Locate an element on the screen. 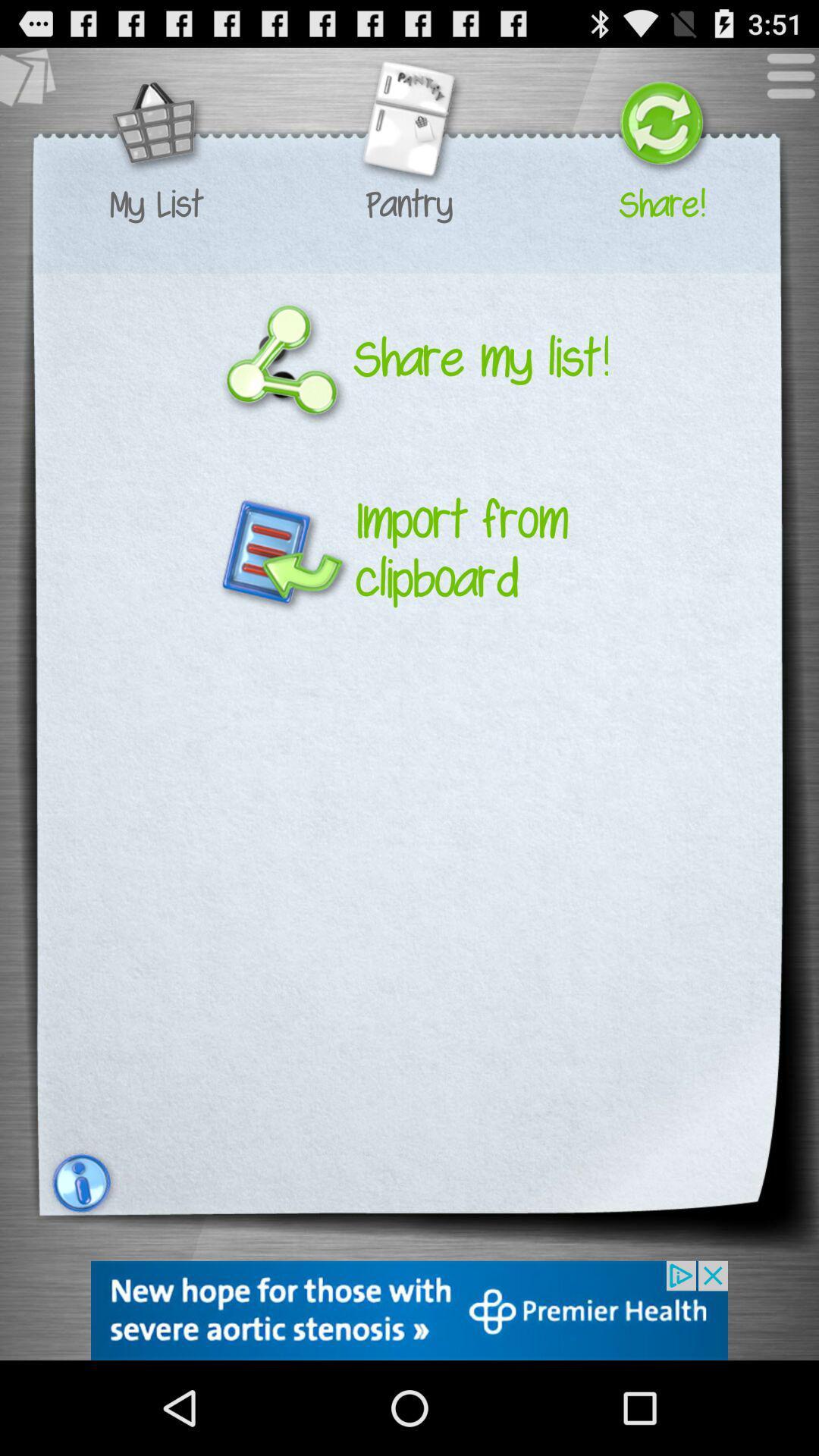  advertisement is located at coordinates (409, 1310).